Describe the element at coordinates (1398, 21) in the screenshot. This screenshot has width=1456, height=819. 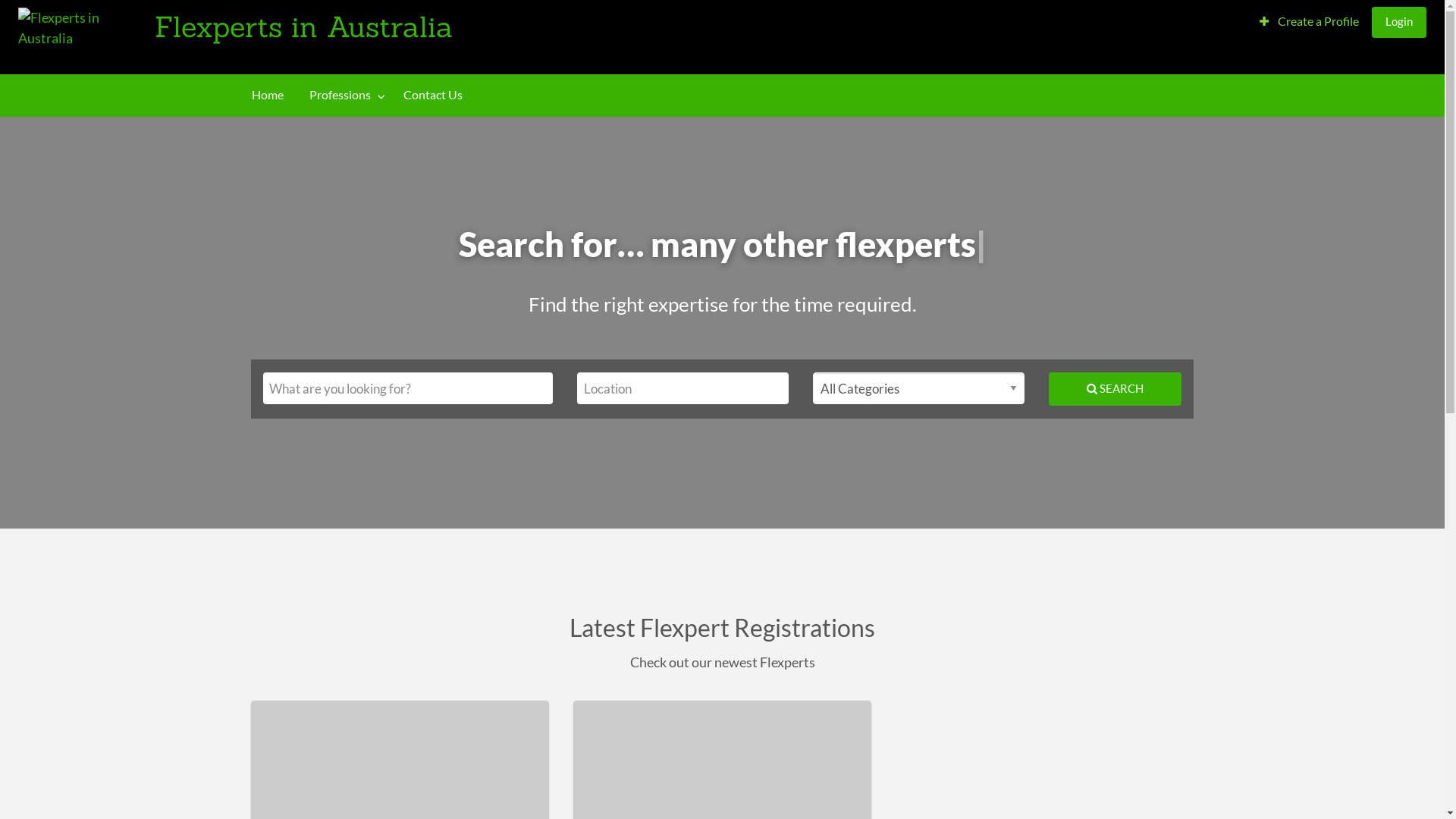
I see `'Login'` at that location.